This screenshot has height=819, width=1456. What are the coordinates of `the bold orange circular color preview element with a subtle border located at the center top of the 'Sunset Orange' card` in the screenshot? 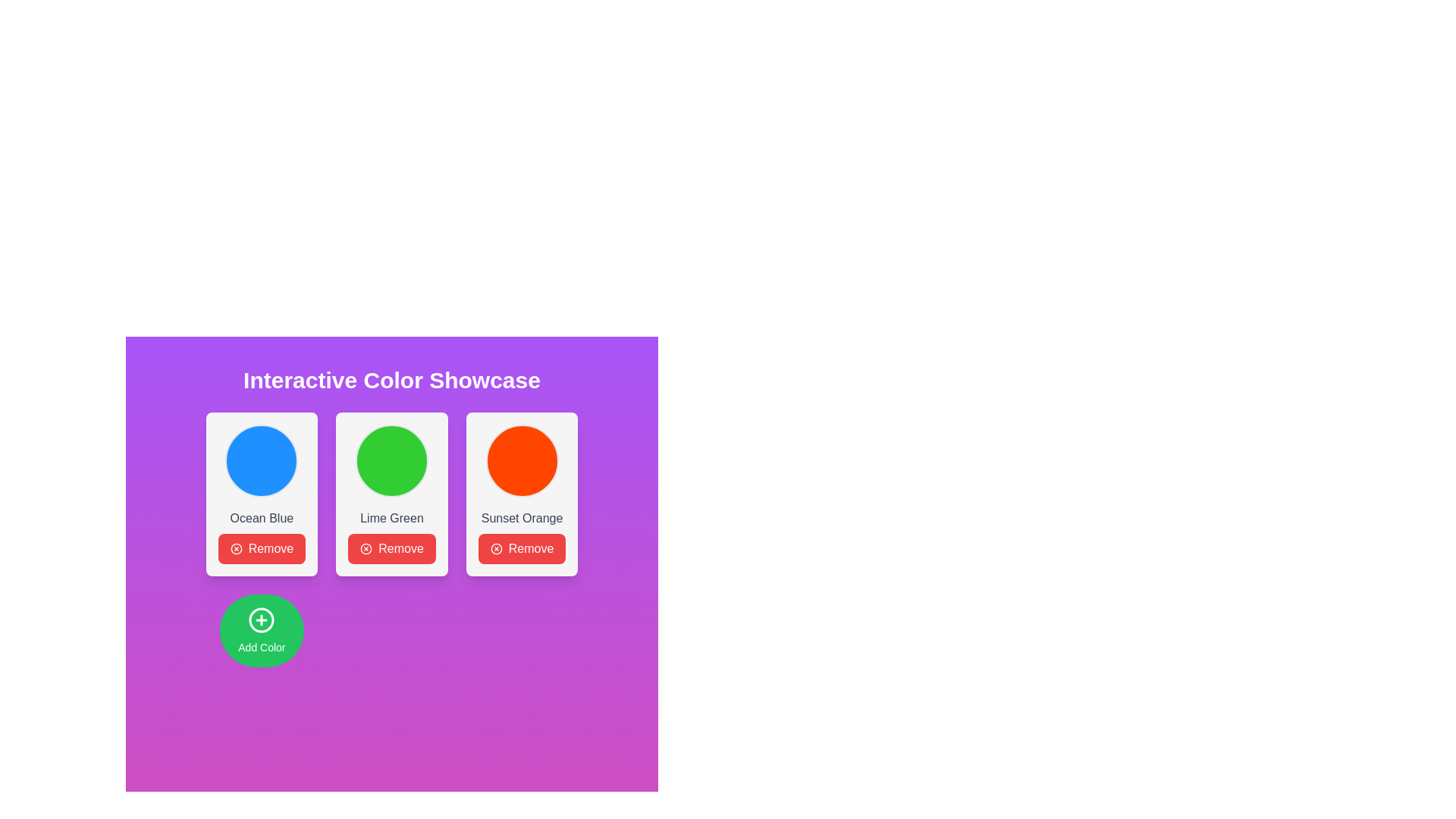 It's located at (522, 460).